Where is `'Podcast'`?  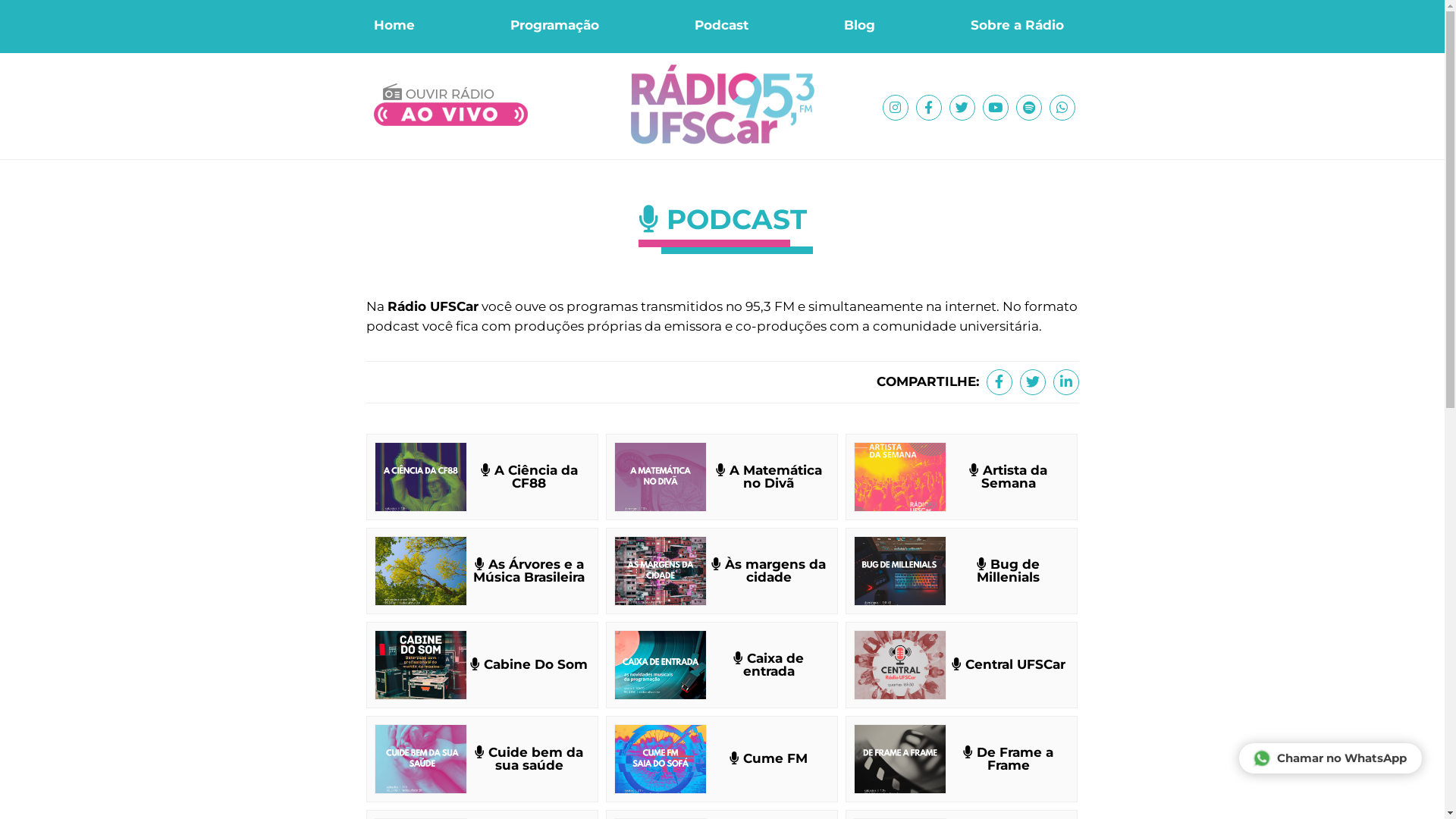
'Podcast' is located at coordinates (720, 25).